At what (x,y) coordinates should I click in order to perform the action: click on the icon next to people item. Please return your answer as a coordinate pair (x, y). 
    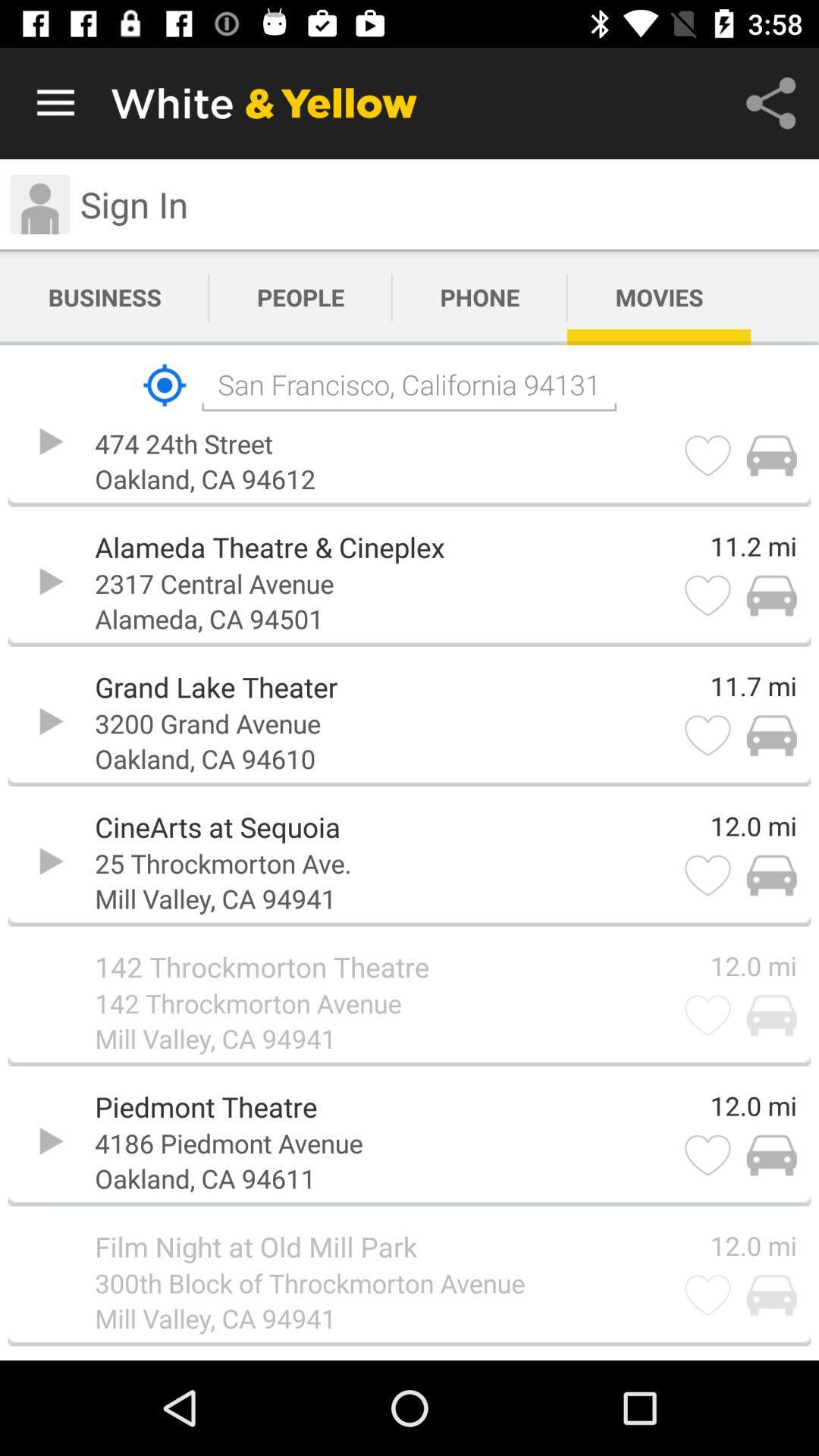
    Looking at the image, I should click on (479, 297).